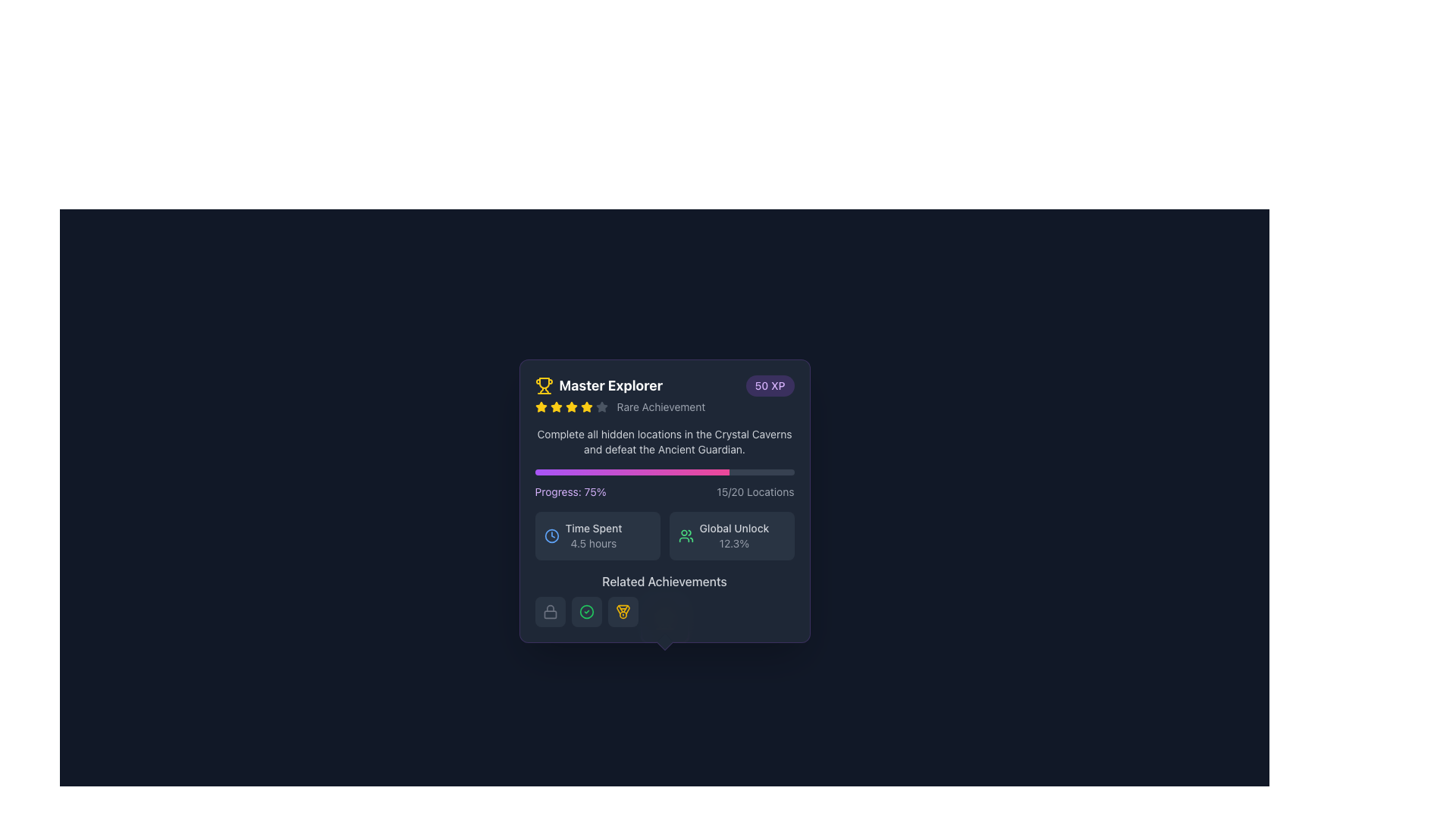 This screenshot has width=1456, height=819. Describe the element at coordinates (610, 385) in the screenshot. I see `the 'Master Explorer' text label, which is prominently displayed in bold white font and located in the top-left corner of its enclosing card-style UI element` at that location.